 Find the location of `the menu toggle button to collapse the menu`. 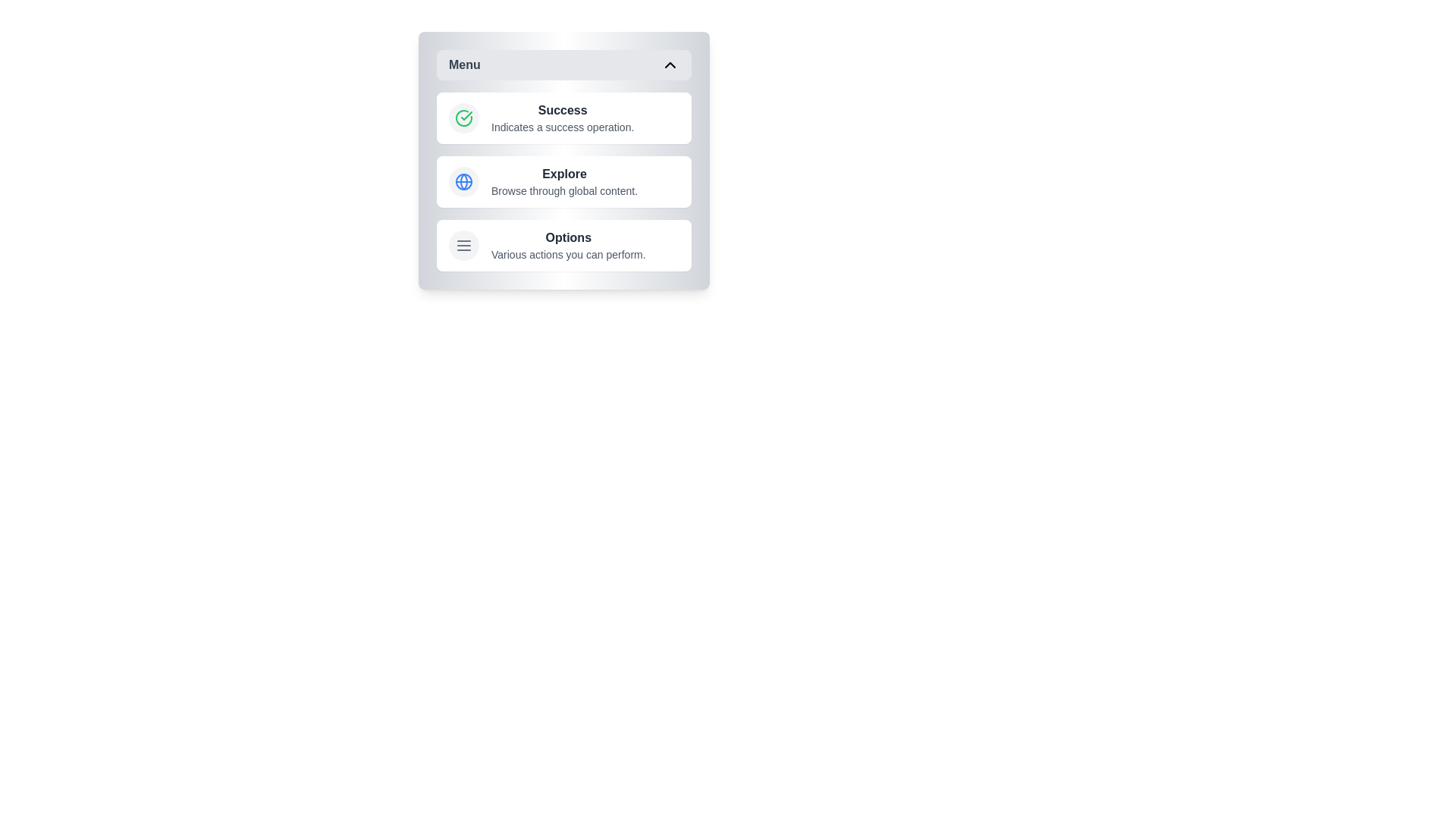

the menu toggle button to collapse the menu is located at coordinates (563, 64).